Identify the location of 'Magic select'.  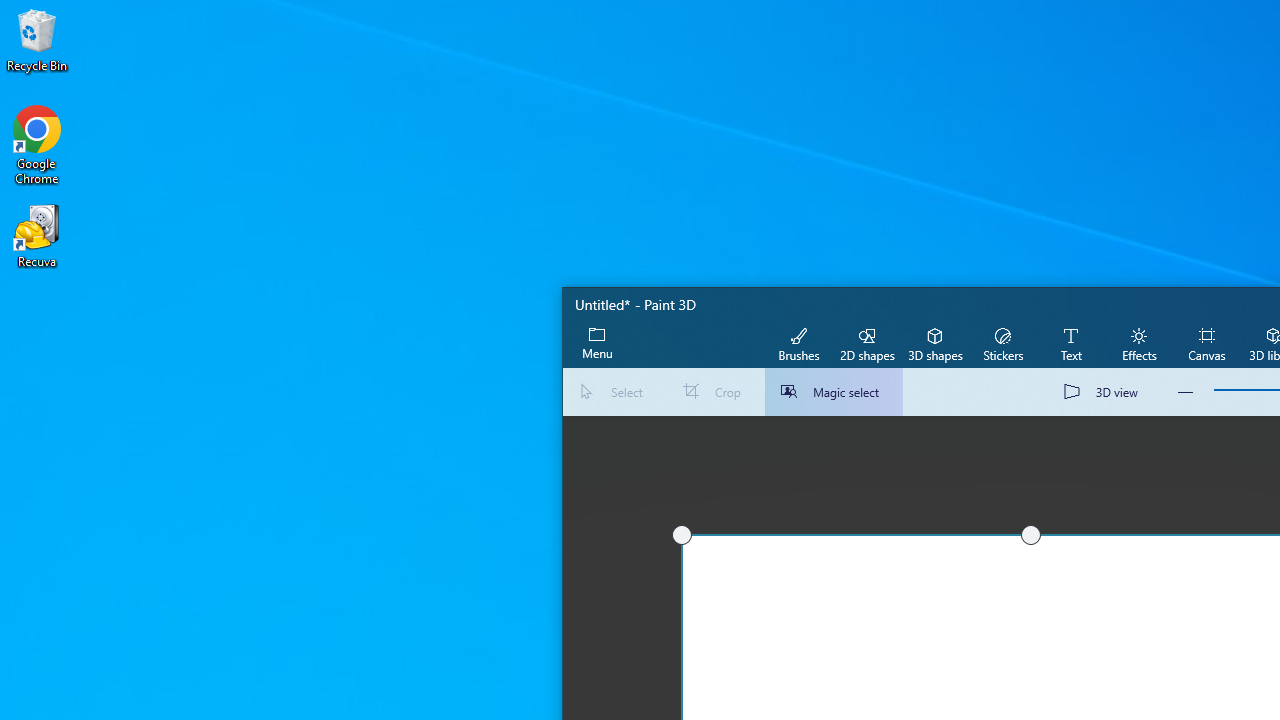
(833, 392).